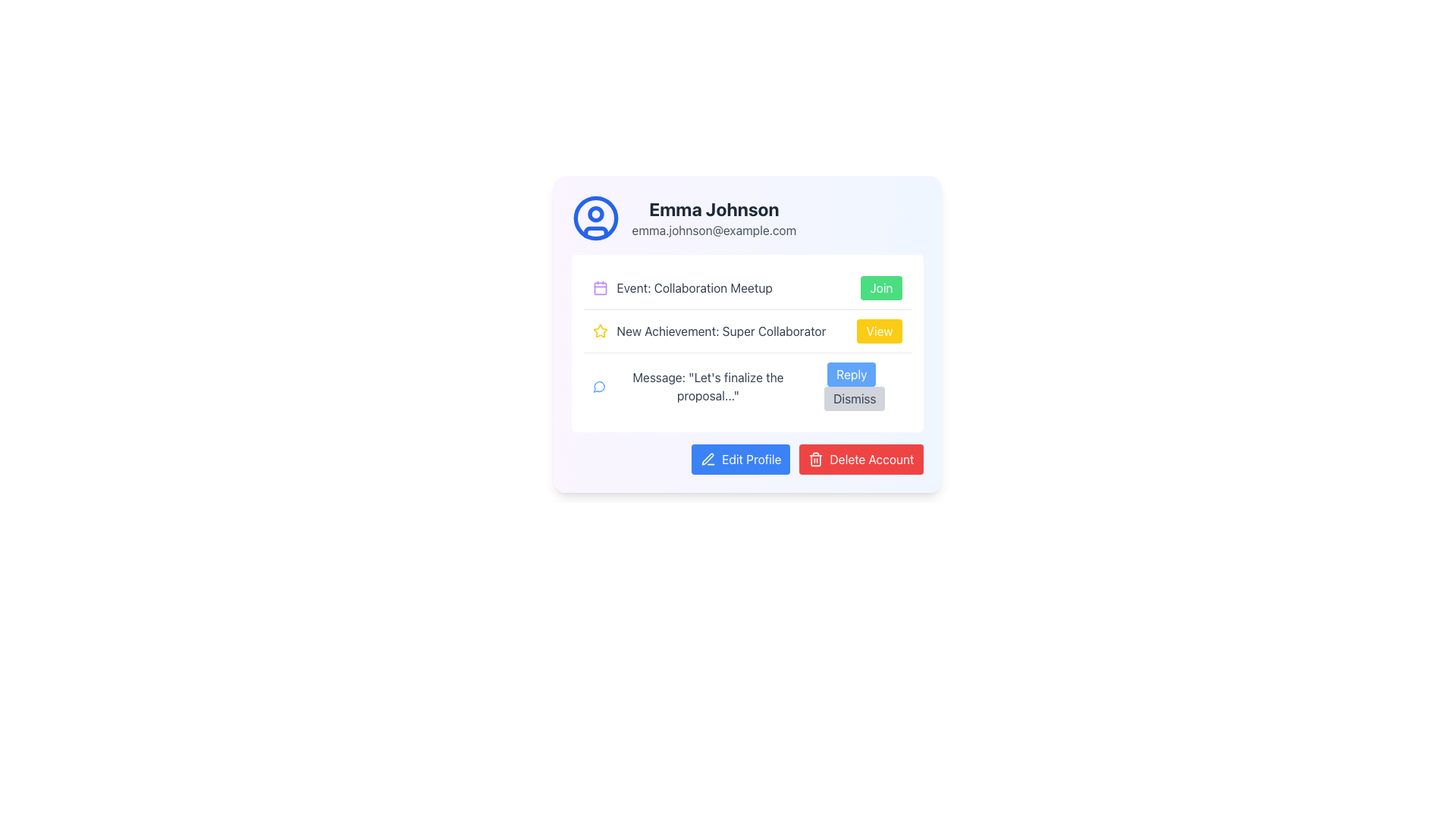  What do you see at coordinates (595, 214) in the screenshot?
I see `the small circular user profile icon located at the top left of the text 'Emma Johnson'` at bounding box center [595, 214].